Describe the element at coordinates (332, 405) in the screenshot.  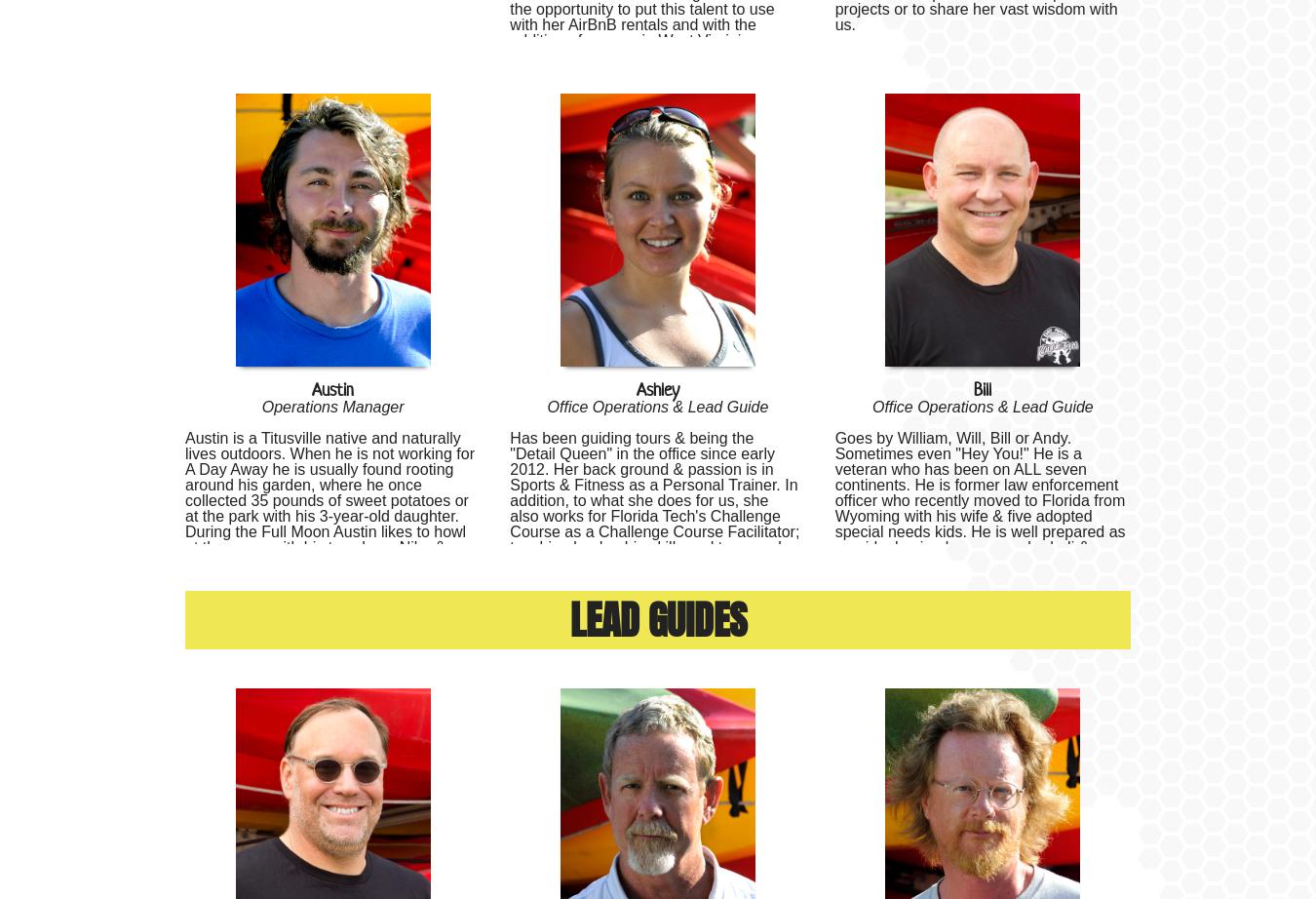
I see `'Operations Manager'` at that location.